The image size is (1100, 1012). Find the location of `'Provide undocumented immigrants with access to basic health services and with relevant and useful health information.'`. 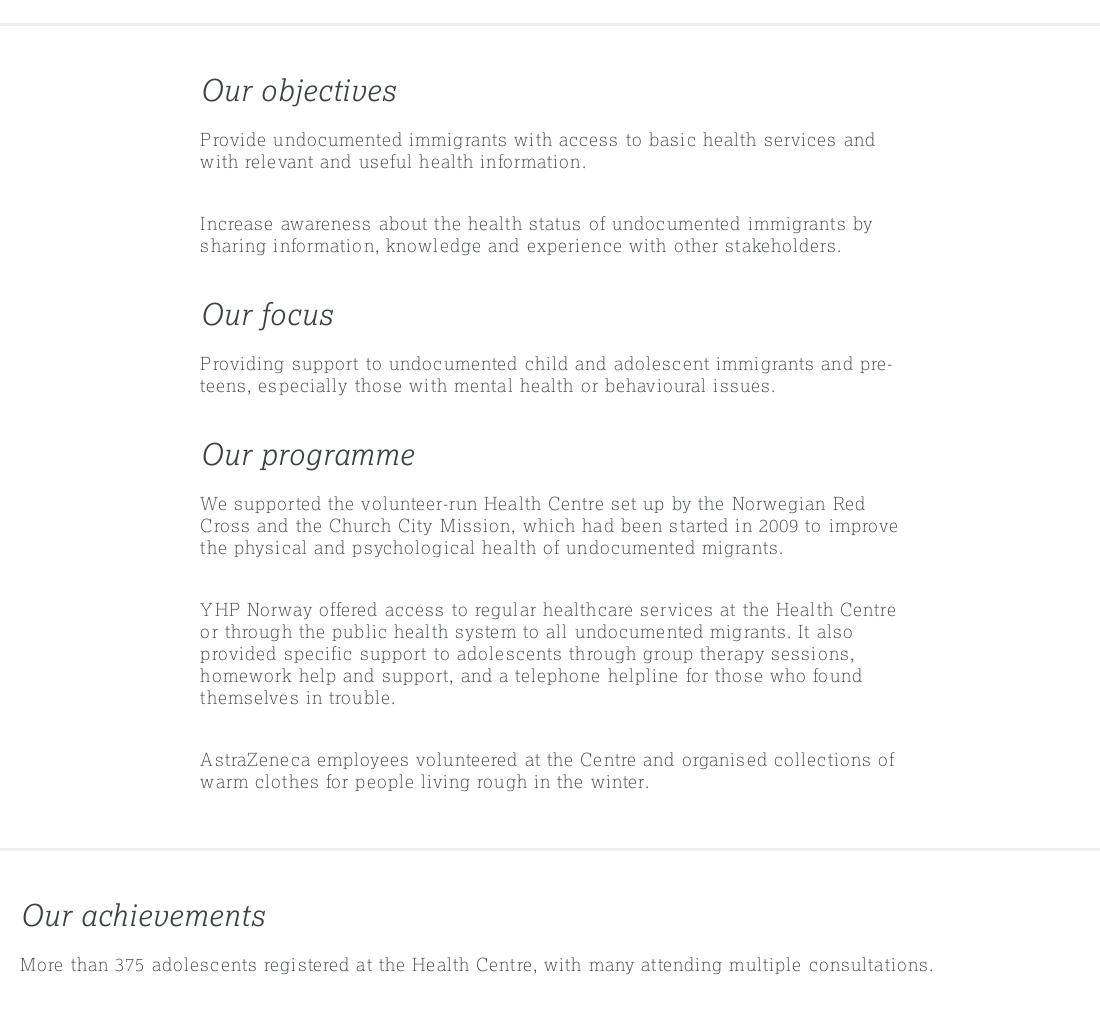

'Provide undocumented immigrants with access to basic health services and with relevant and useful health information.' is located at coordinates (198, 149).